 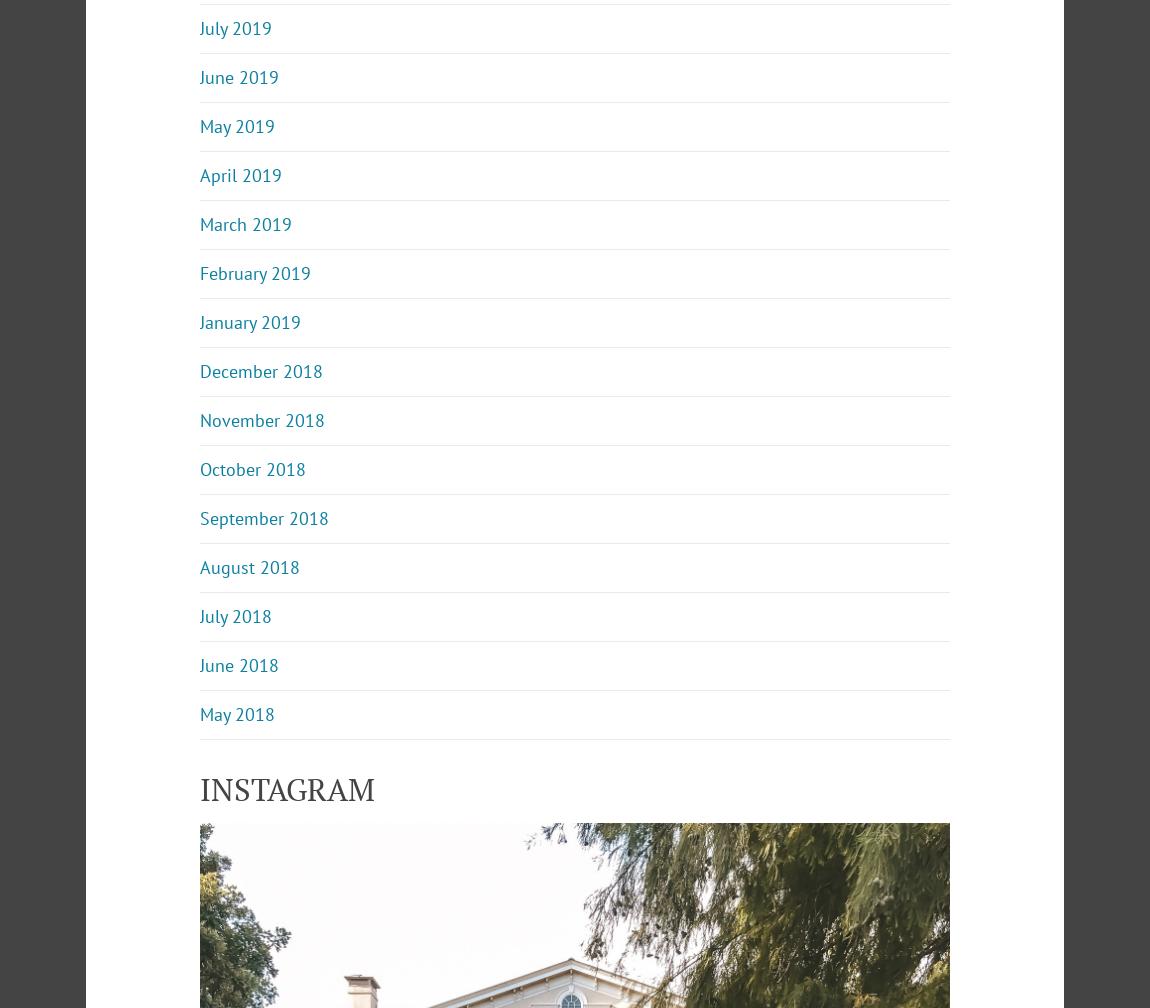 I want to click on 'November 2018', so click(x=261, y=419).